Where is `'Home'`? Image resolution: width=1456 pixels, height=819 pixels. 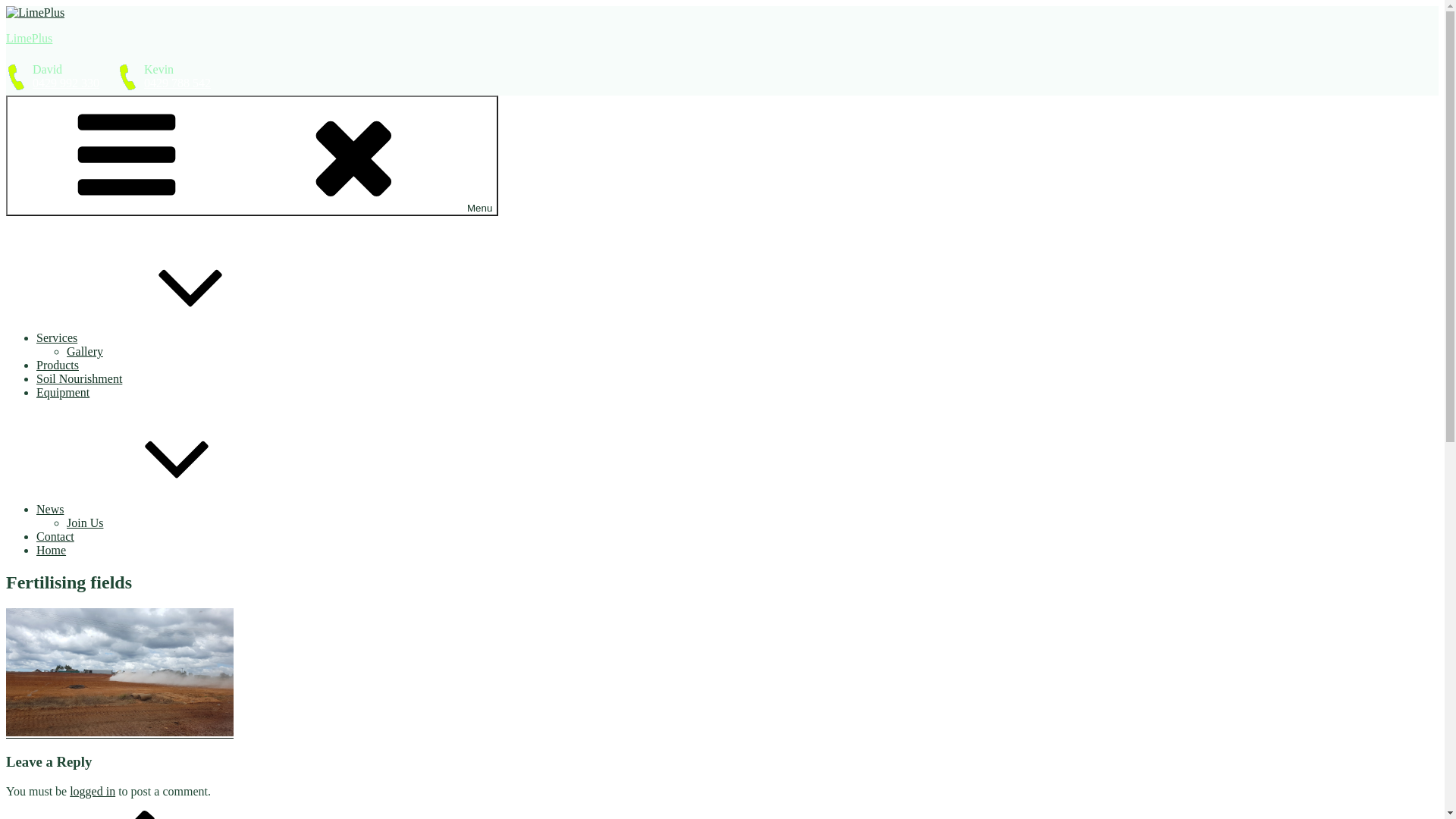 'Home' is located at coordinates (51, 550).